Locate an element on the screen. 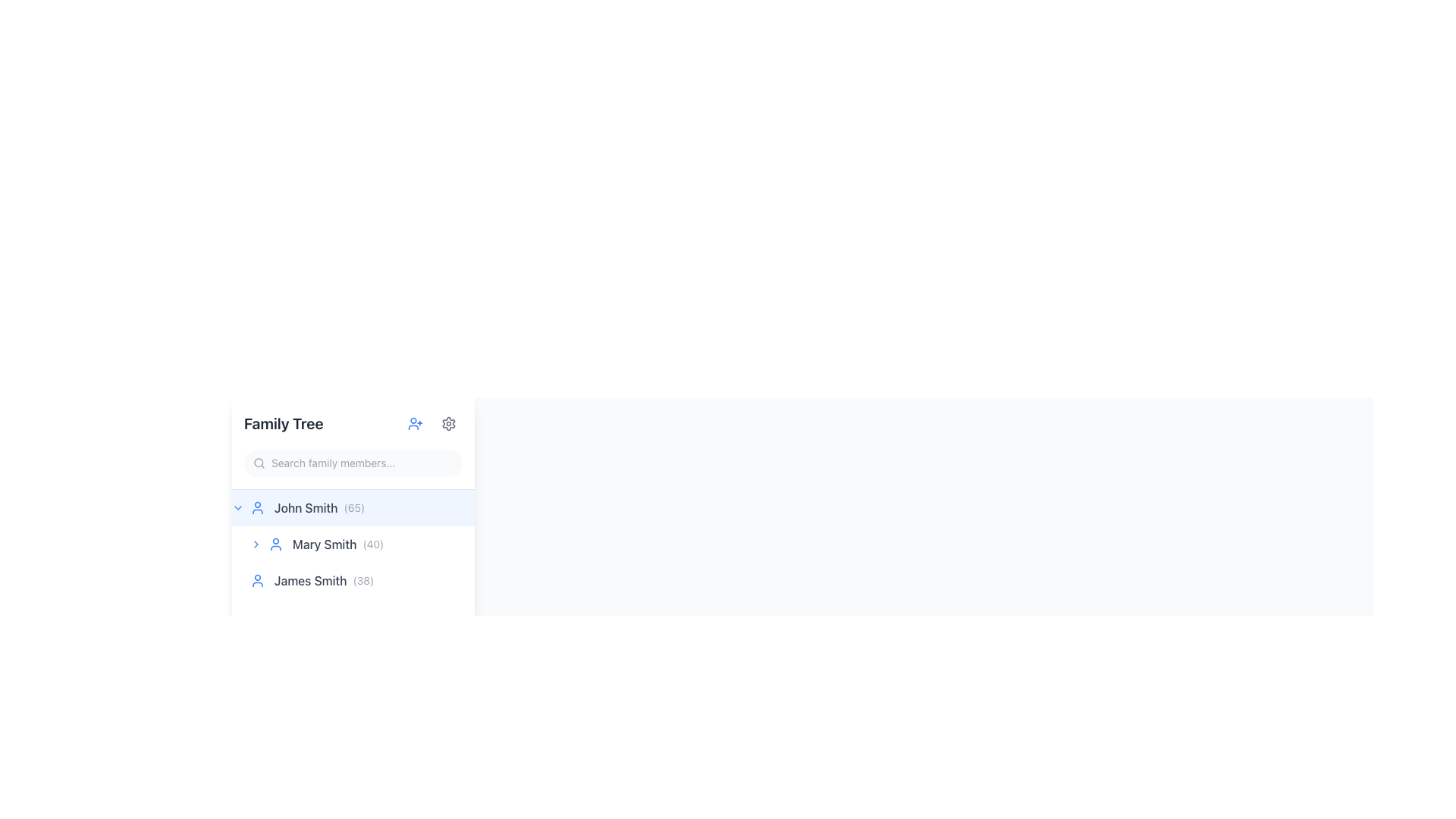  the search input field located below the 'Family Tree' header, which features a gray magnifying glass icon and a placeholder saying 'Search family members...' is located at coordinates (352, 462).